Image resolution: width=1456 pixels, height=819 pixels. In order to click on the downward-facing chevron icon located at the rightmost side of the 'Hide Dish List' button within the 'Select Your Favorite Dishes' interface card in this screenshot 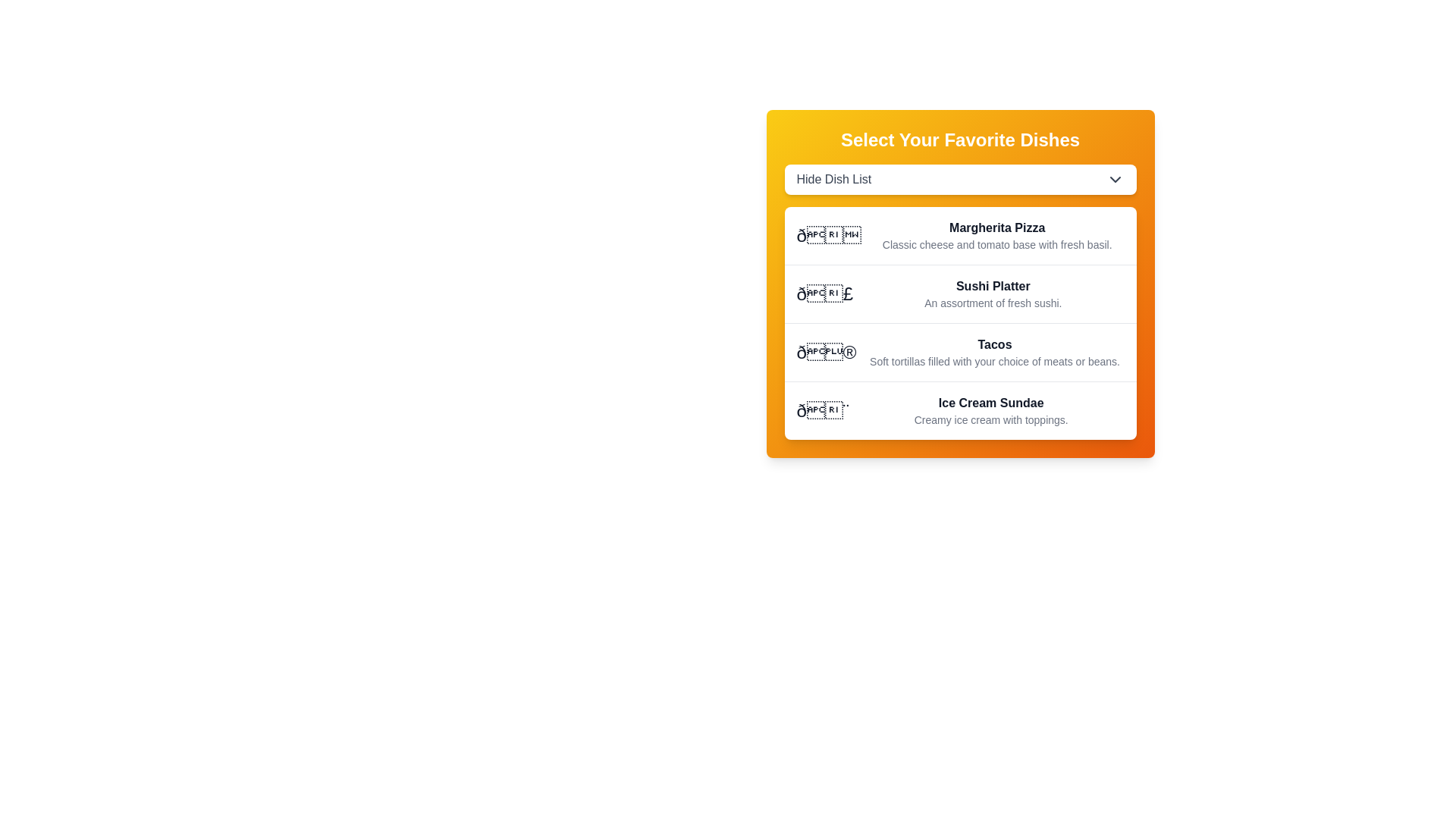, I will do `click(1115, 178)`.